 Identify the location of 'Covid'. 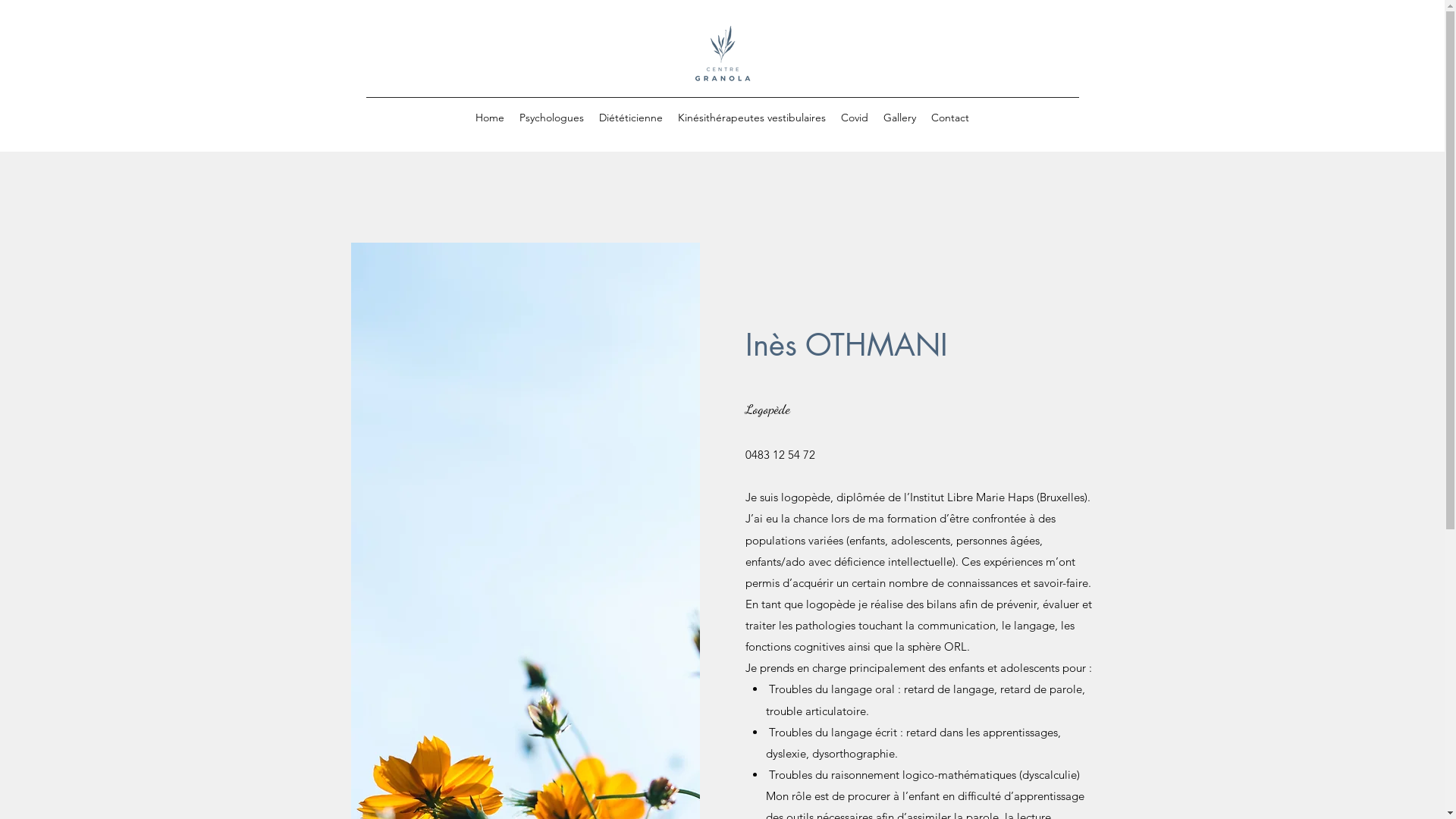
(855, 116).